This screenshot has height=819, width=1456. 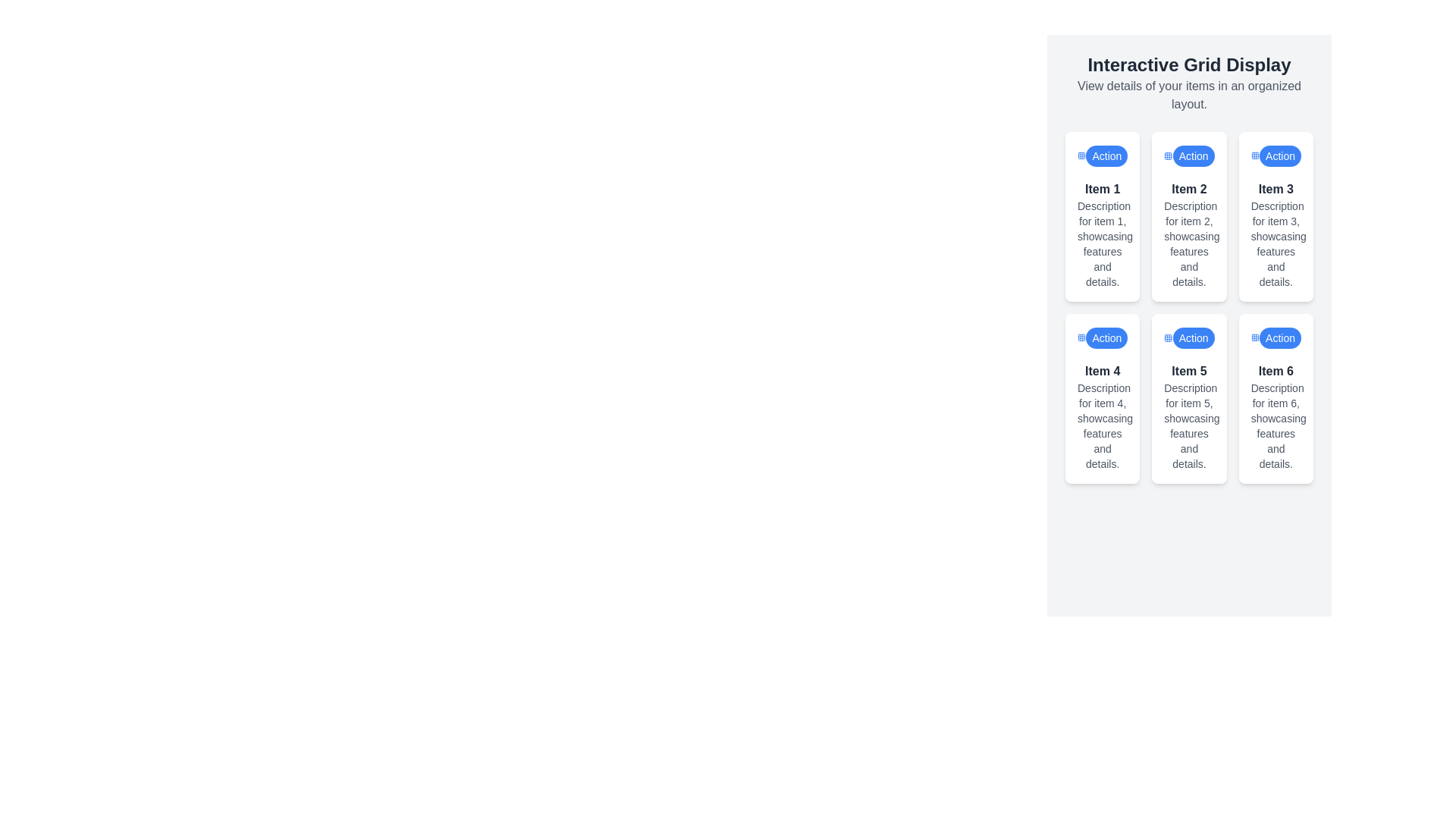 What do you see at coordinates (1275, 426) in the screenshot?
I see `text block displaying 'Description for item 6, showcasing features and details.' located below the title 'Item 6' in the bottom-right corner of the grid layout` at bounding box center [1275, 426].